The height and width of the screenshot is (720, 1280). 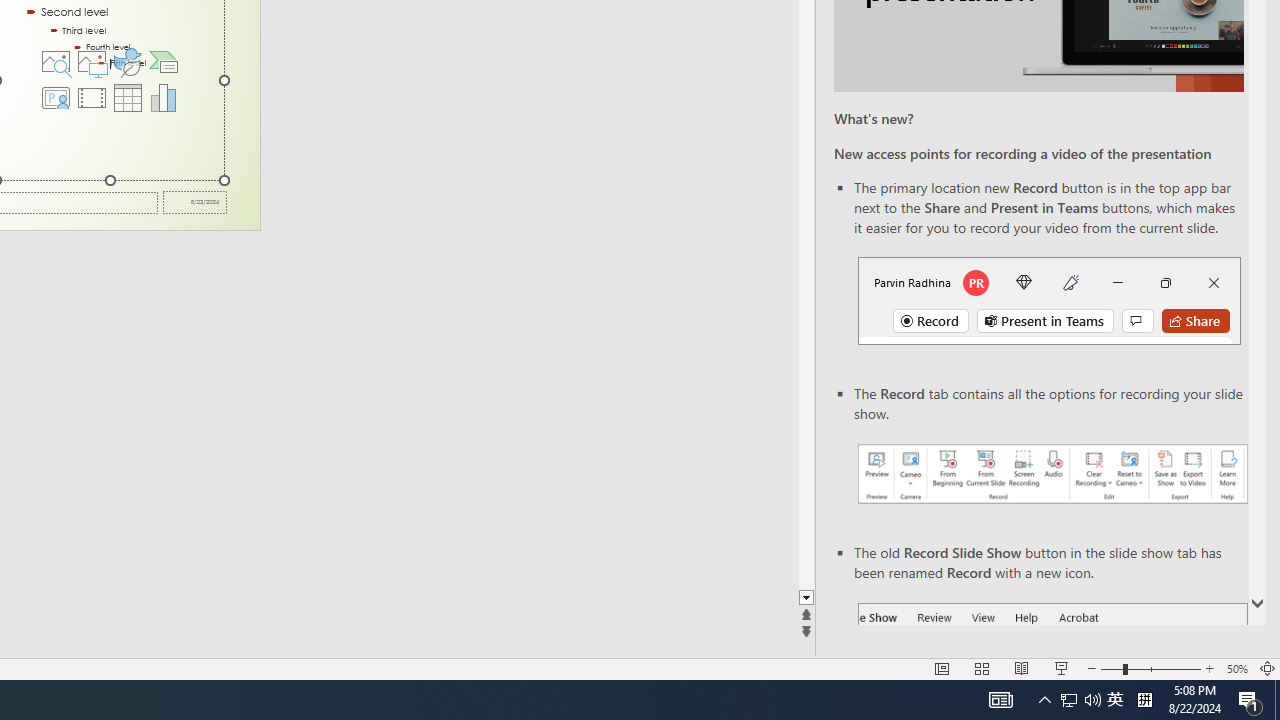 What do you see at coordinates (164, 60) in the screenshot?
I see `'Insert a SmartArt Graphic'` at bounding box center [164, 60].